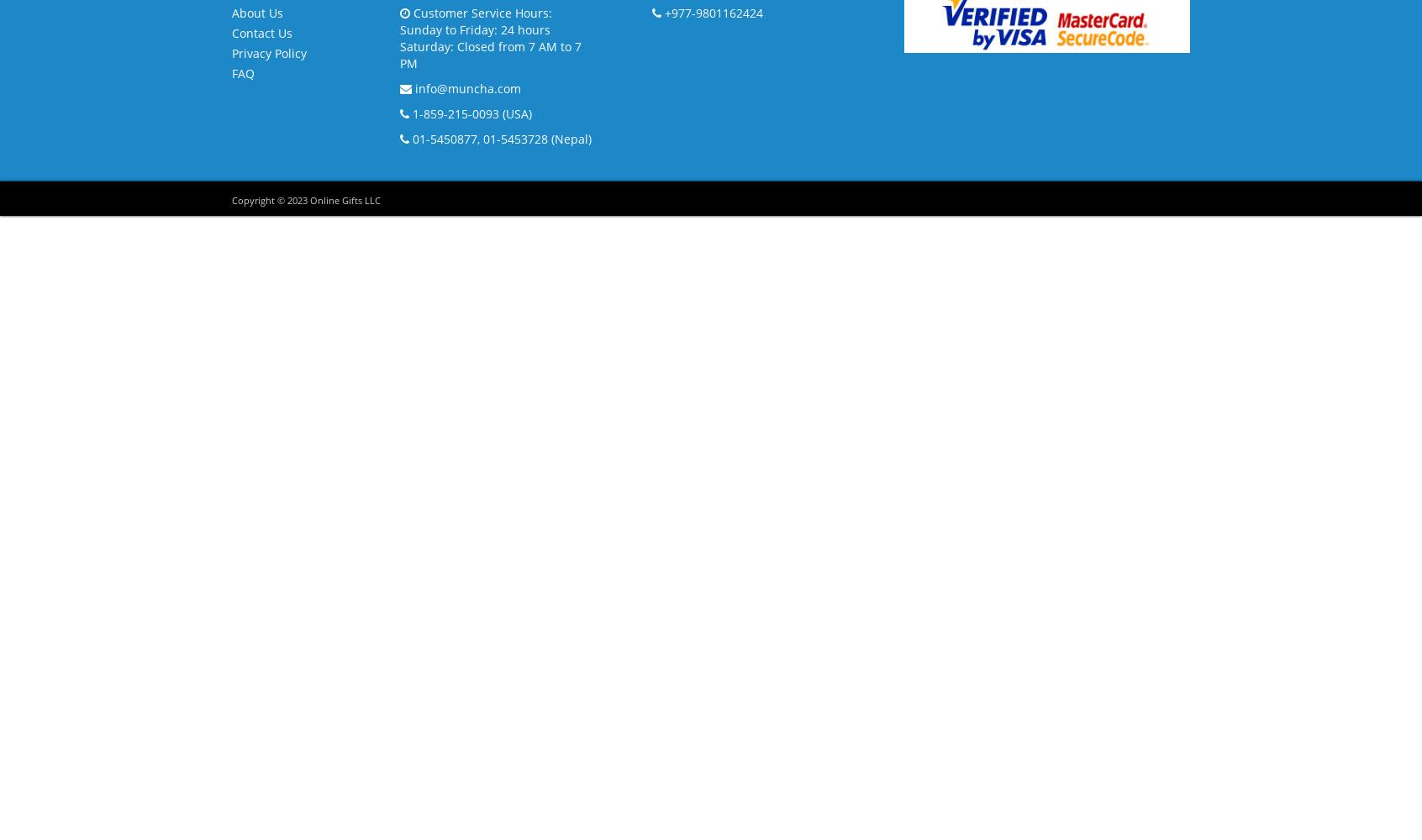 This screenshot has width=1422, height=840. What do you see at coordinates (256, 12) in the screenshot?
I see `'About Us'` at bounding box center [256, 12].